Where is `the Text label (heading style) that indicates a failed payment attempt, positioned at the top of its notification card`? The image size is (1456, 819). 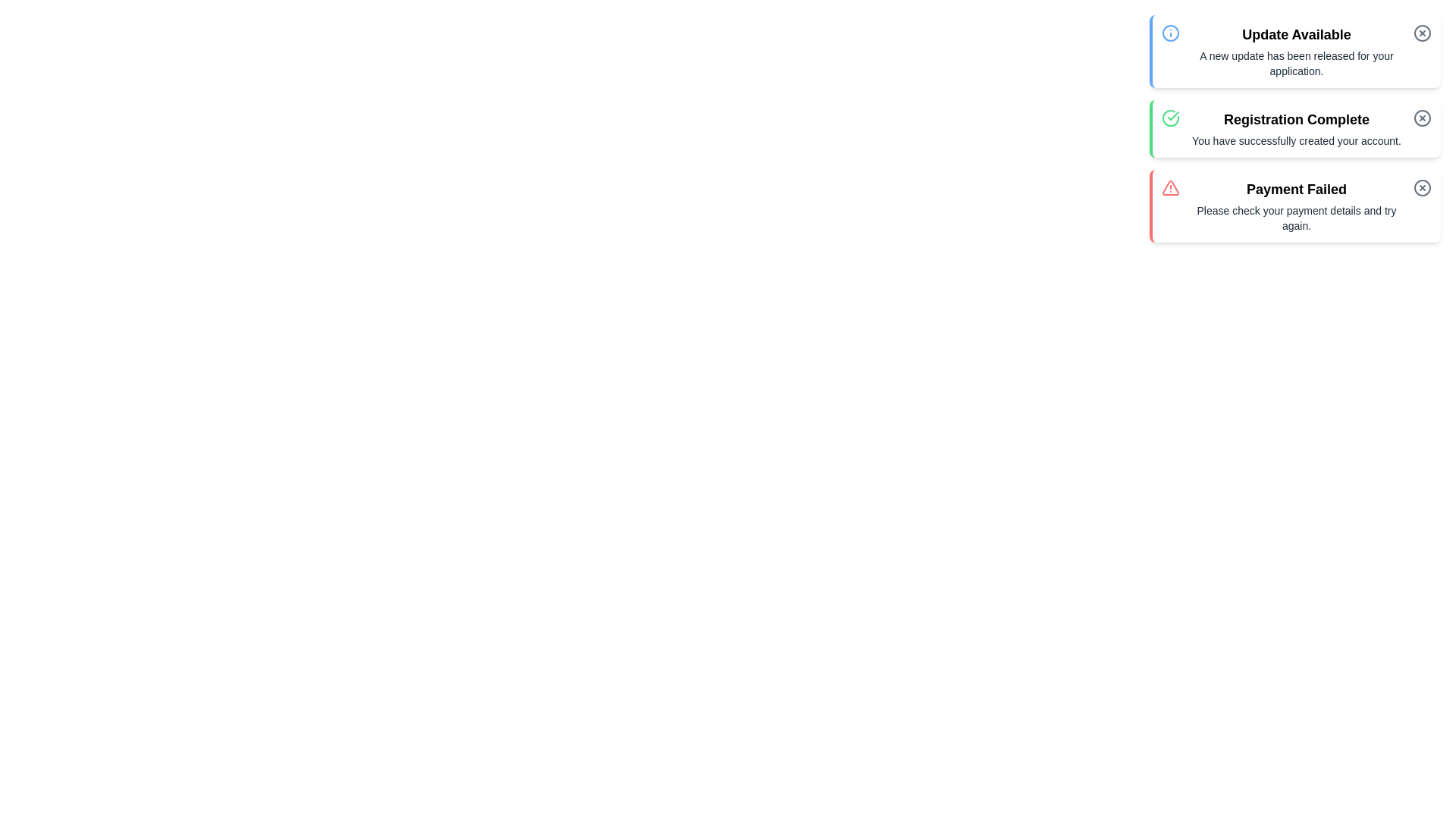
the Text label (heading style) that indicates a failed payment attempt, positioned at the top of its notification card is located at coordinates (1295, 189).